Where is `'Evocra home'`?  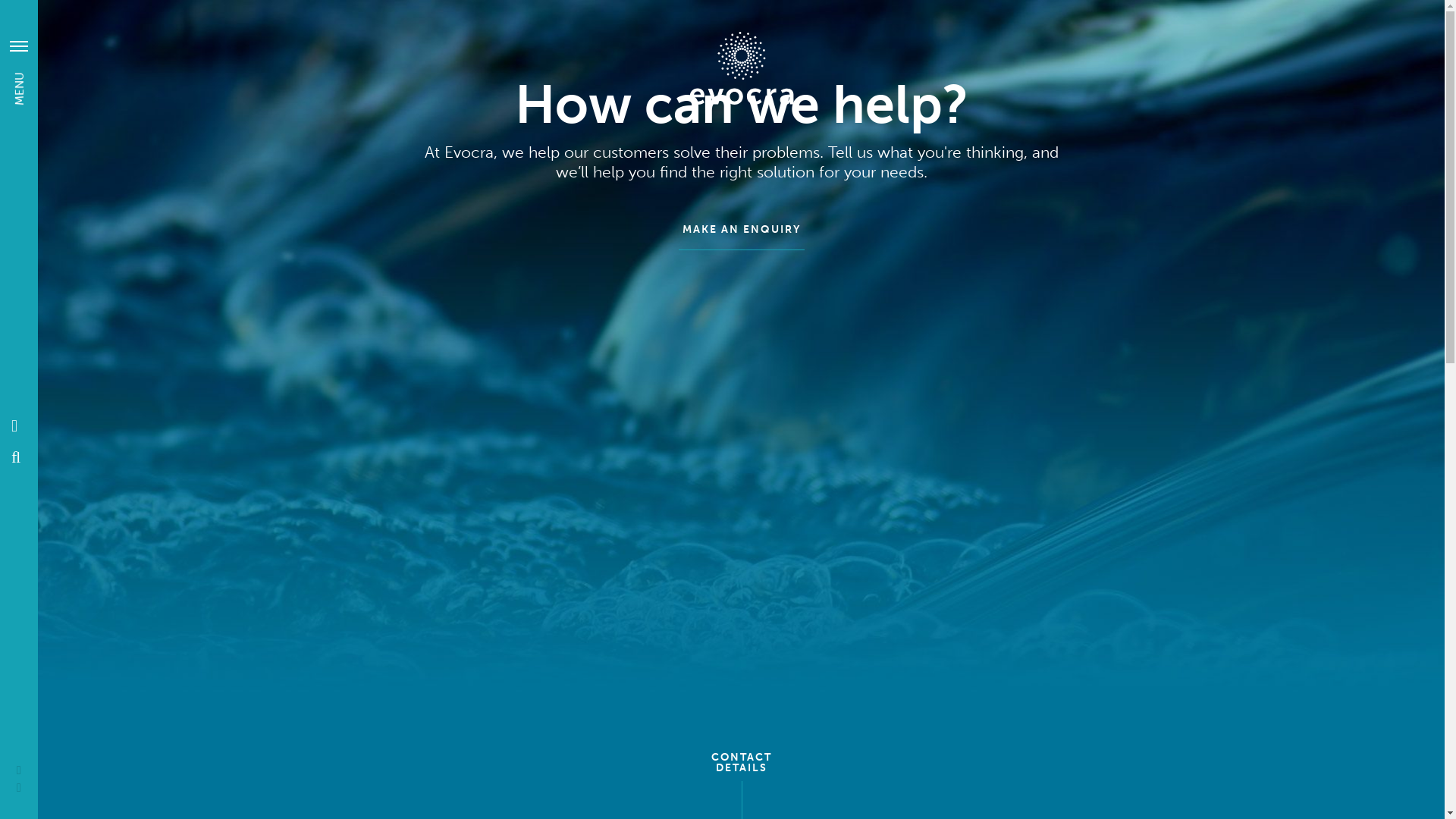
'Evocra home' is located at coordinates (741, 67).